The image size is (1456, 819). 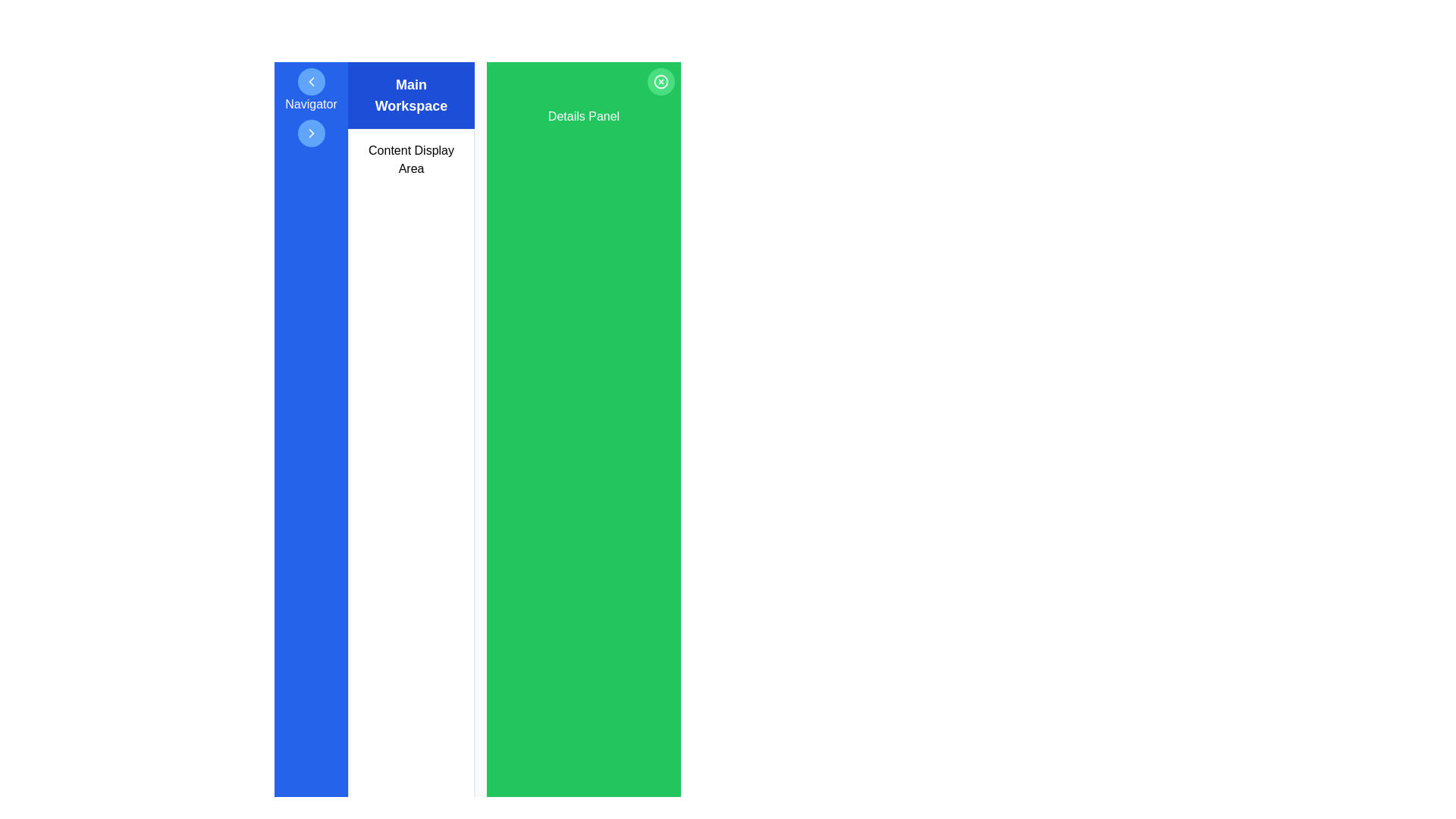 What do you see at coordinates (310, 82) in the screenshot?
I see `the left-facing chevron icon within the blue circular button located in the sidebar below the 'Navigator' label` at bounding box center [310, 82].